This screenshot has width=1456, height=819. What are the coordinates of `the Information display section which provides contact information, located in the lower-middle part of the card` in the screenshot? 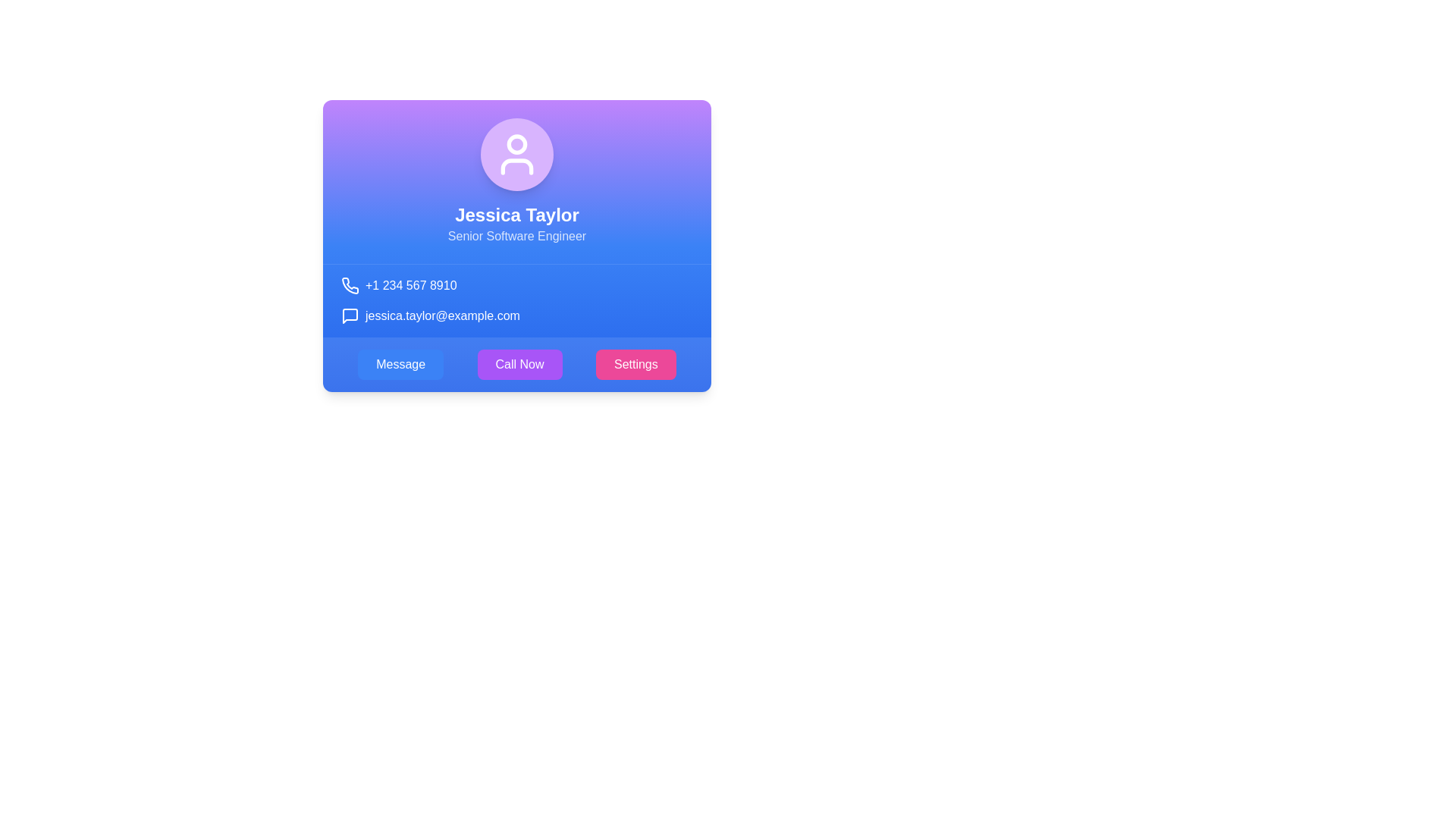 It's located at (516, 300).